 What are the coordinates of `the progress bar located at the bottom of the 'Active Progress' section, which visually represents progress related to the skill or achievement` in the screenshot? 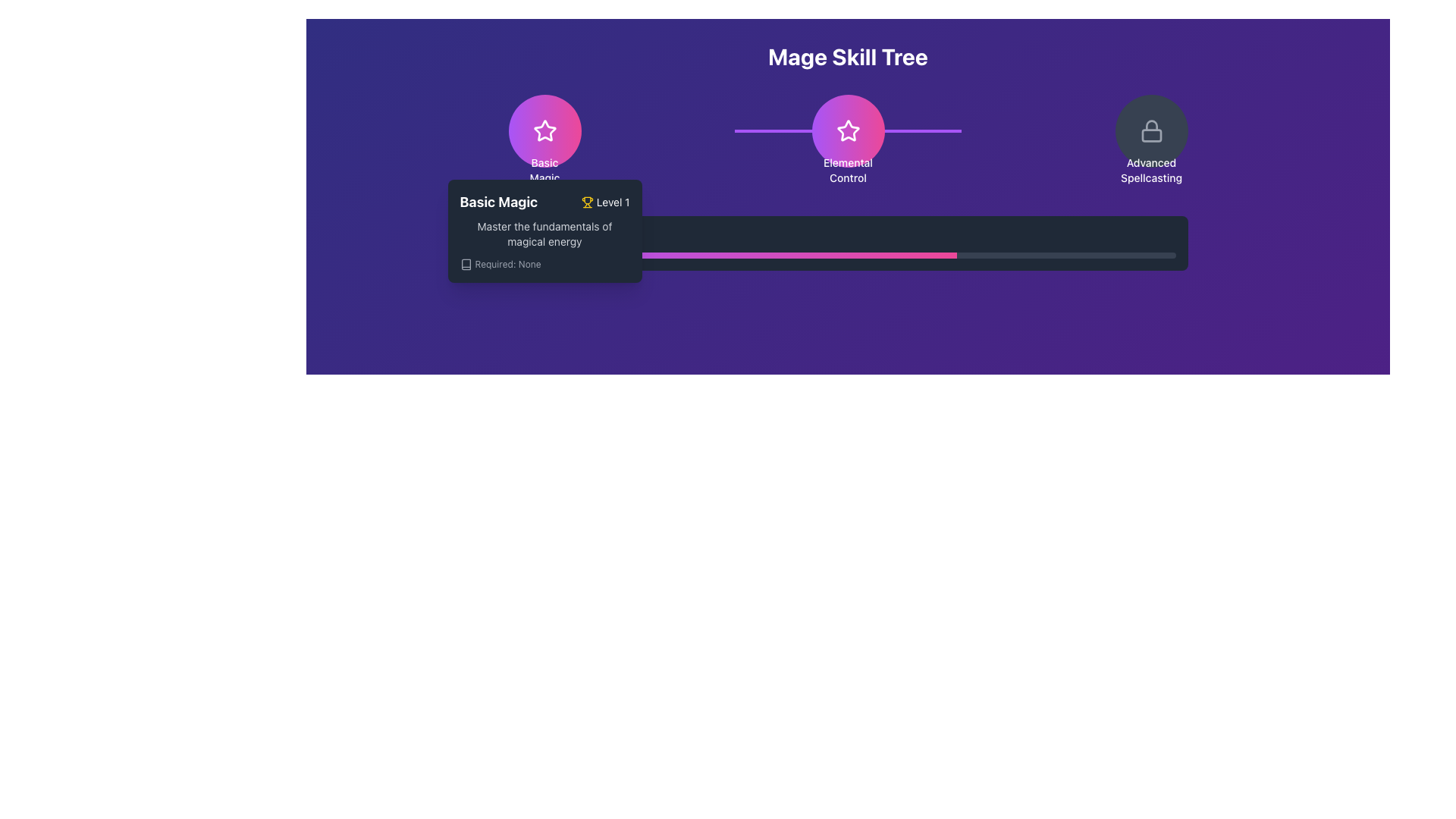 It's located at (847, 242).